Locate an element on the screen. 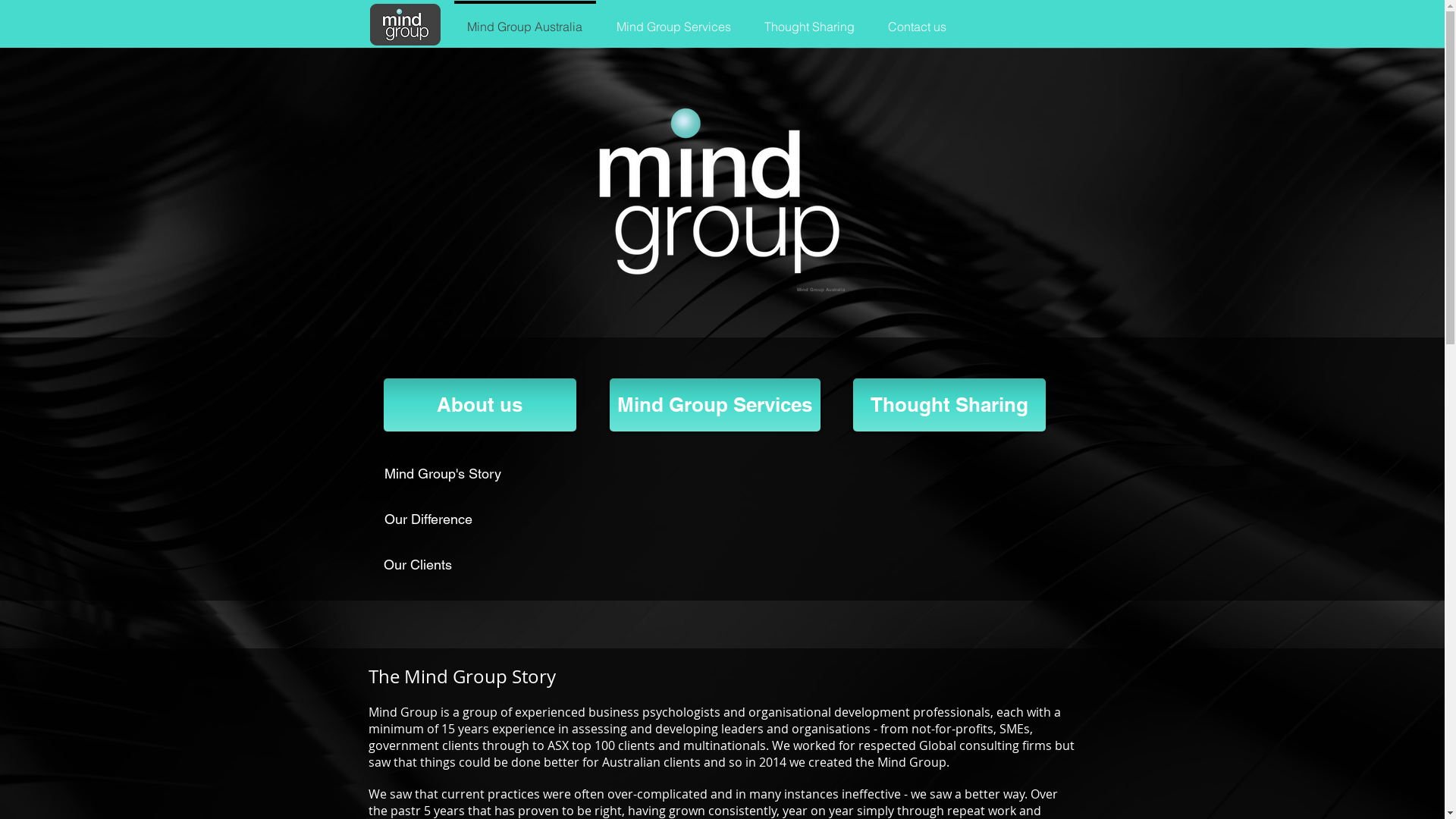 Image resolution: width=1456 pixels, height=819 pixels. 'Thought Sharing' is located at coordinates (948, 403).